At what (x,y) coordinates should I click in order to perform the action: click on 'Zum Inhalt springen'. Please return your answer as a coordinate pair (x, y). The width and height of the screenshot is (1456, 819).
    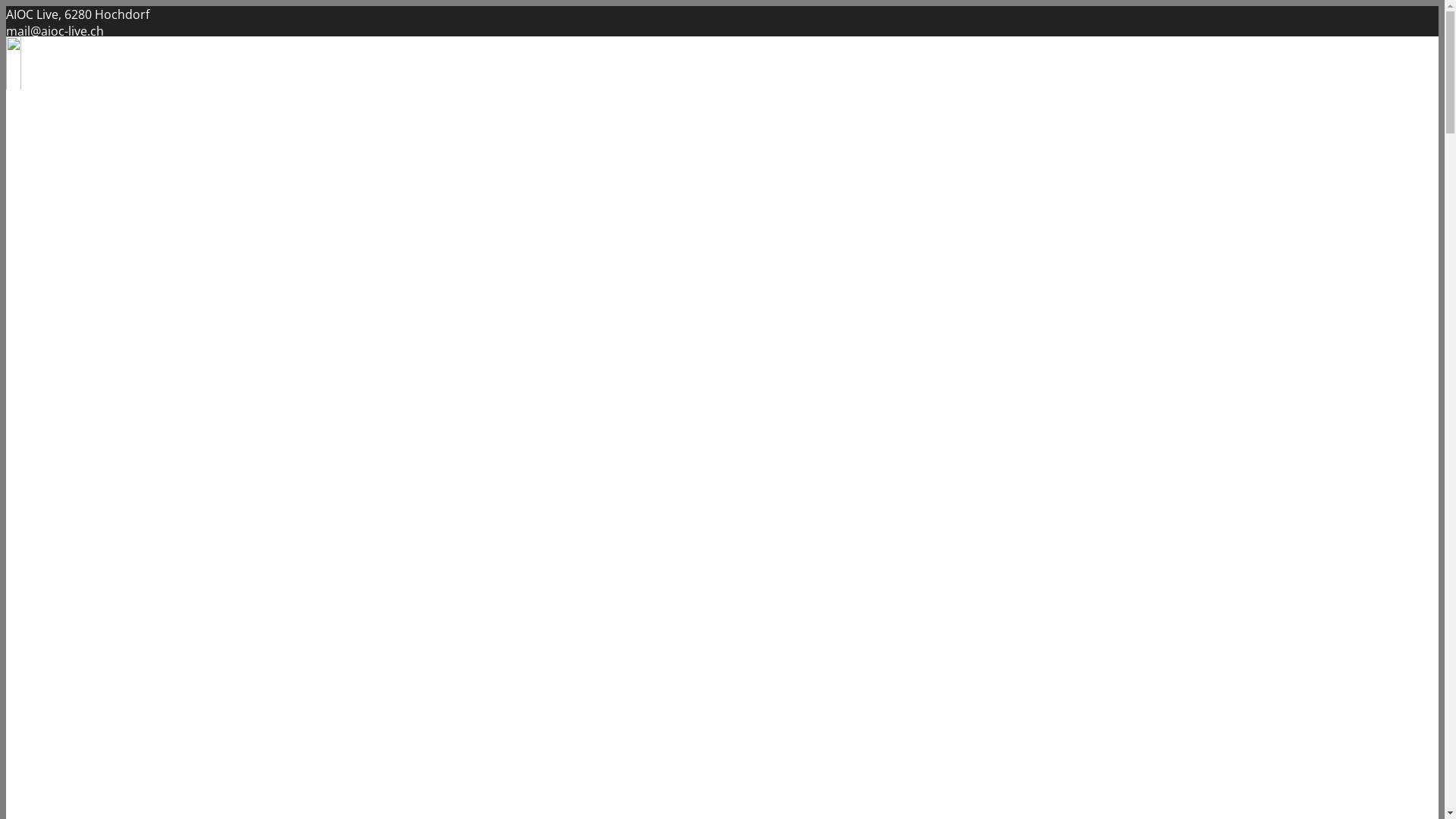
    Looking at the image, I should click on (5, 5).